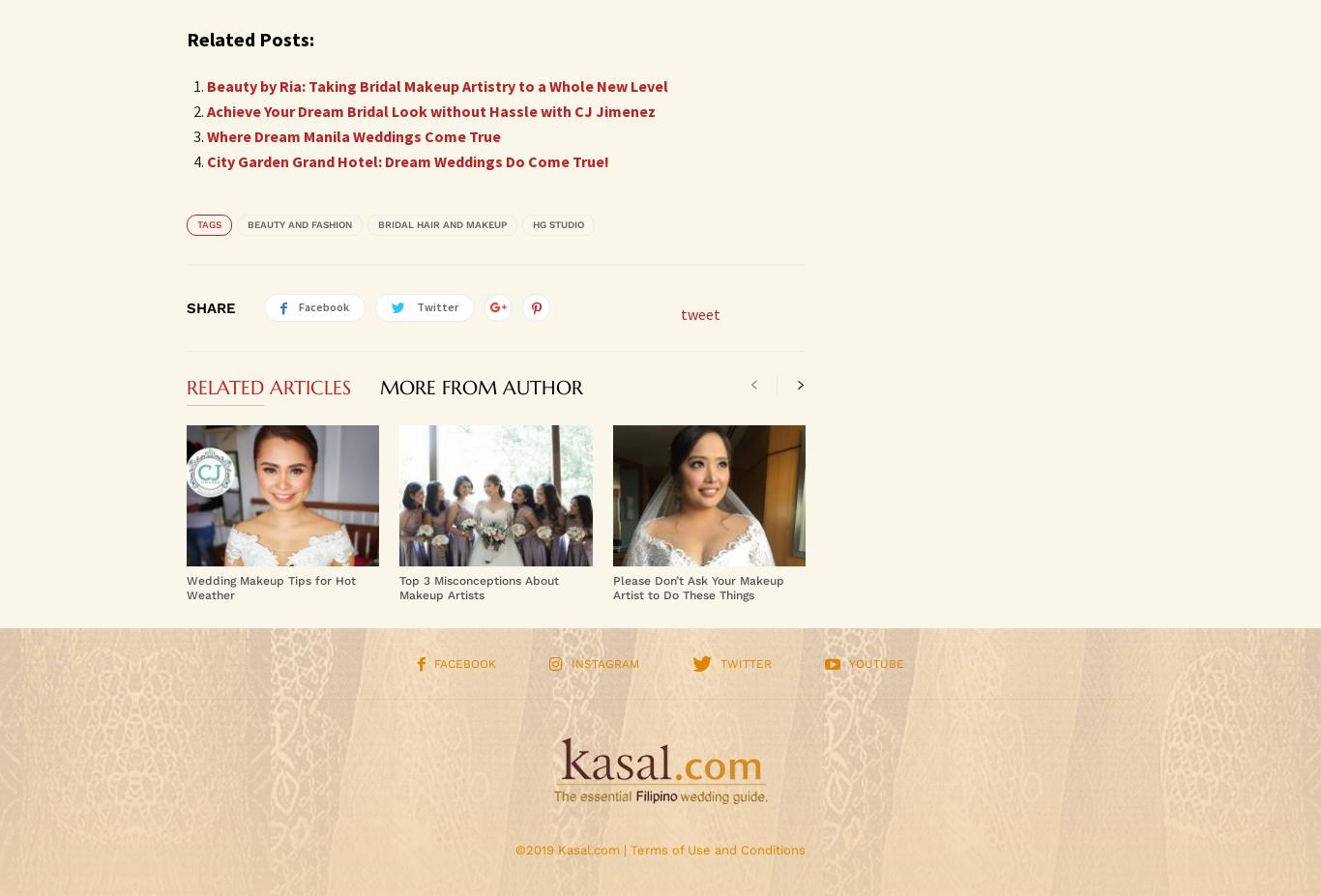  What do you see at coordinates (250, 38) in the screenshot?
I see `'Related posts:'` at bounding box center [250, 38].